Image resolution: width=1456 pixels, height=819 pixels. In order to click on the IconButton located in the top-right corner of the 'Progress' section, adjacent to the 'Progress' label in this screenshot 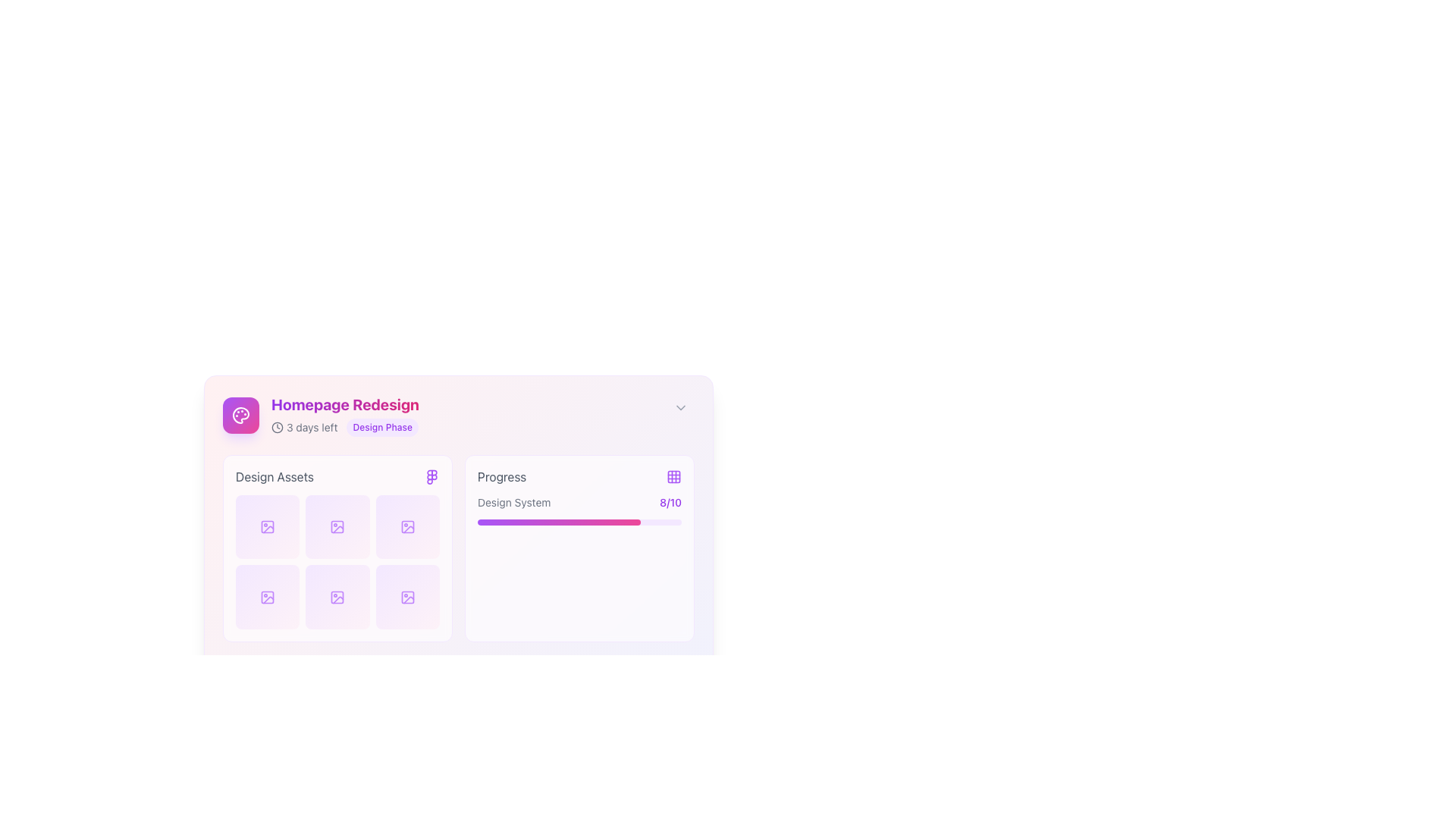, I will do `click(673, 475)`.